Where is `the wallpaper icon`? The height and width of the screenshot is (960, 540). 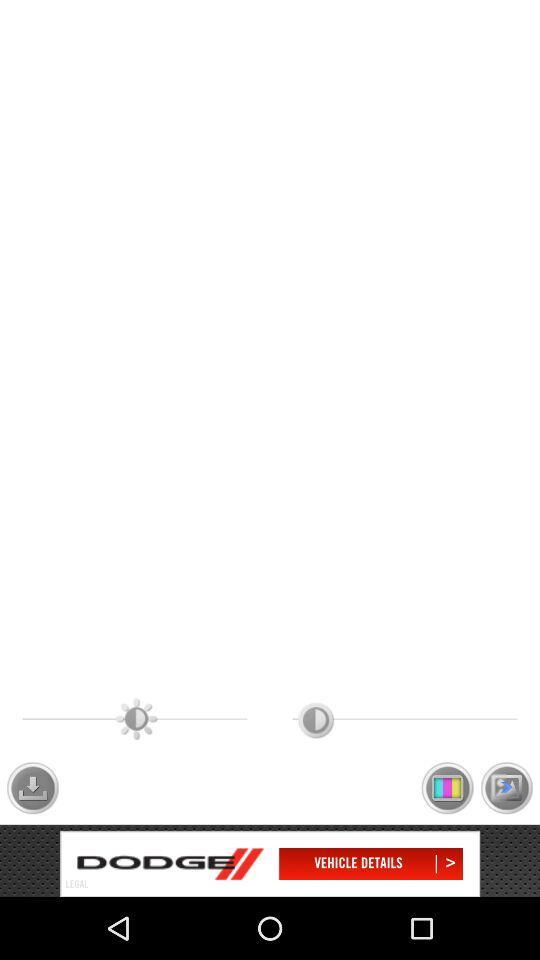
the wallpaper icon is located at coordinates (507, 842).